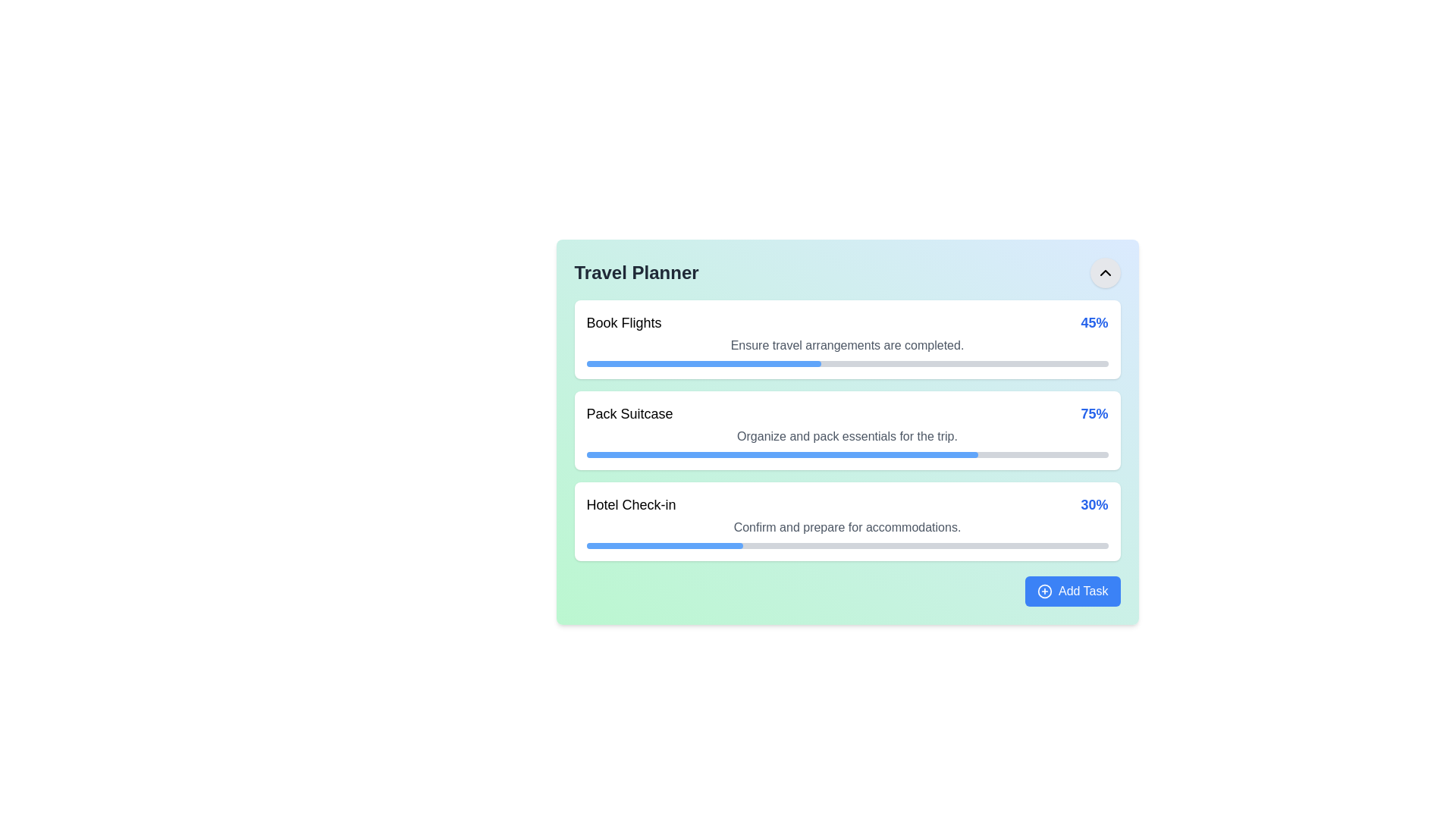 The height and width of the screenshot is (819, 1456). What do you see at coordinates (1043, 590) in the screenshot?
I see `the add task icon located to the left of the 'Add Task' button in the bottom-right corner of the interface` at bounding box center [1043, 590].